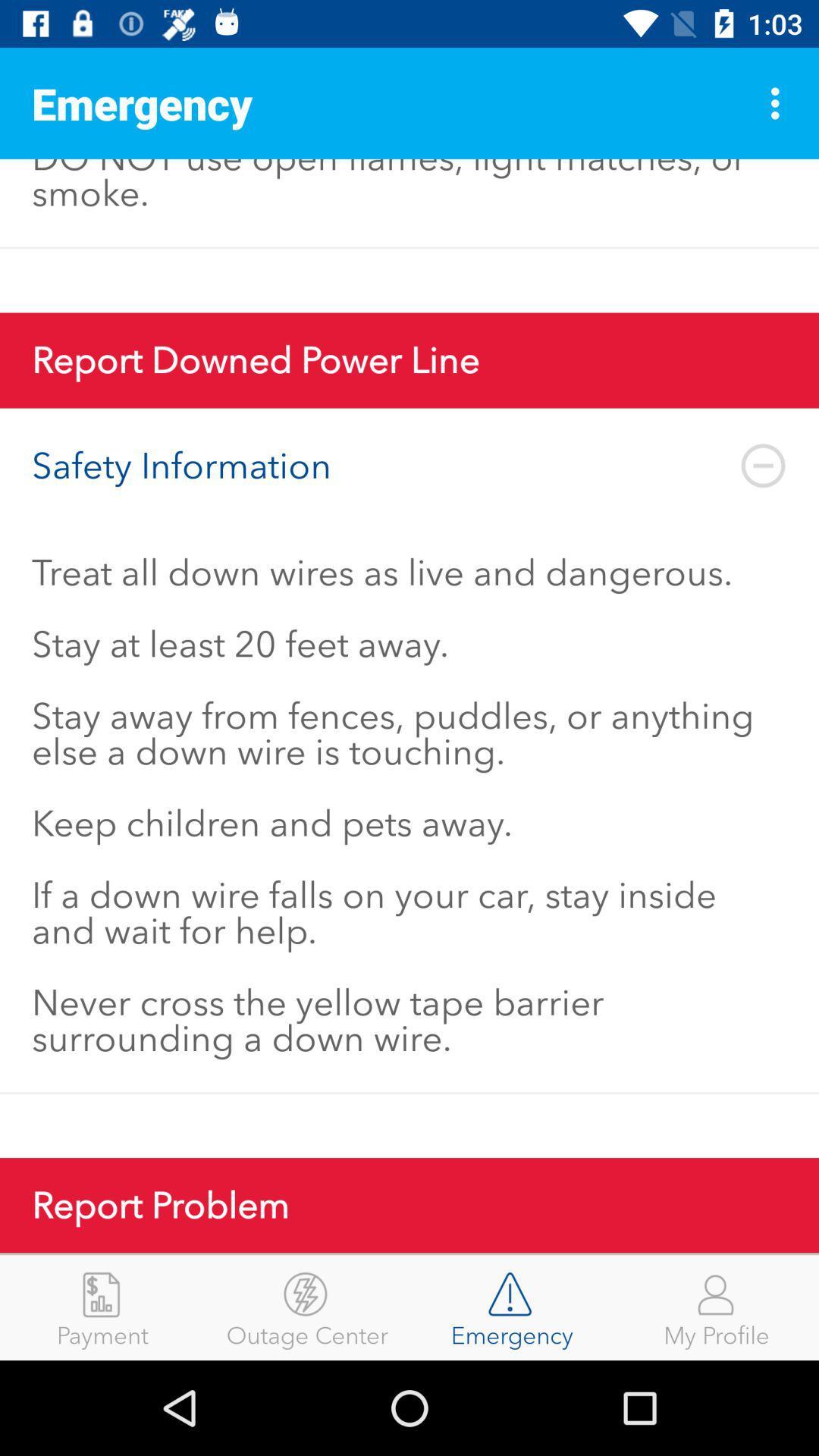  Describe the element at coordinates (307, 1307) in the screenshot. I see `icon next to emergency icon` at that location.